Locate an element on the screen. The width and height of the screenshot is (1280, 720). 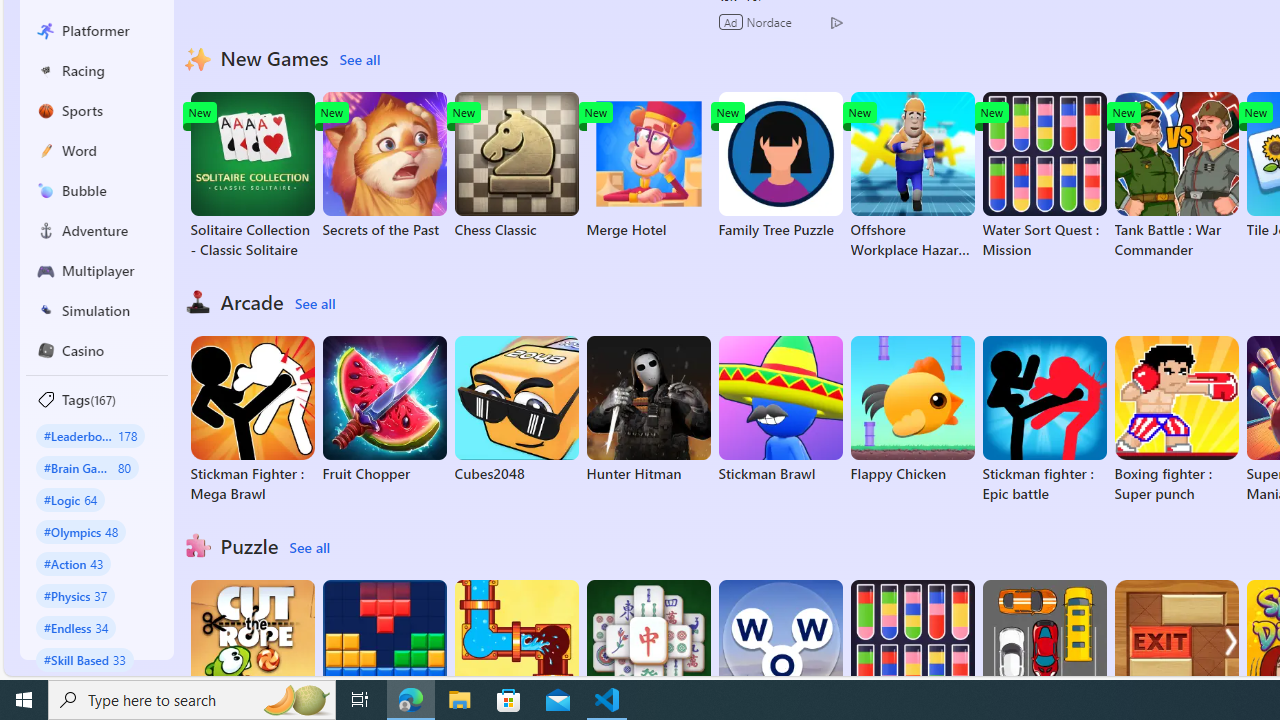
'Merge Hotel' is located at coordinates (648, 164).